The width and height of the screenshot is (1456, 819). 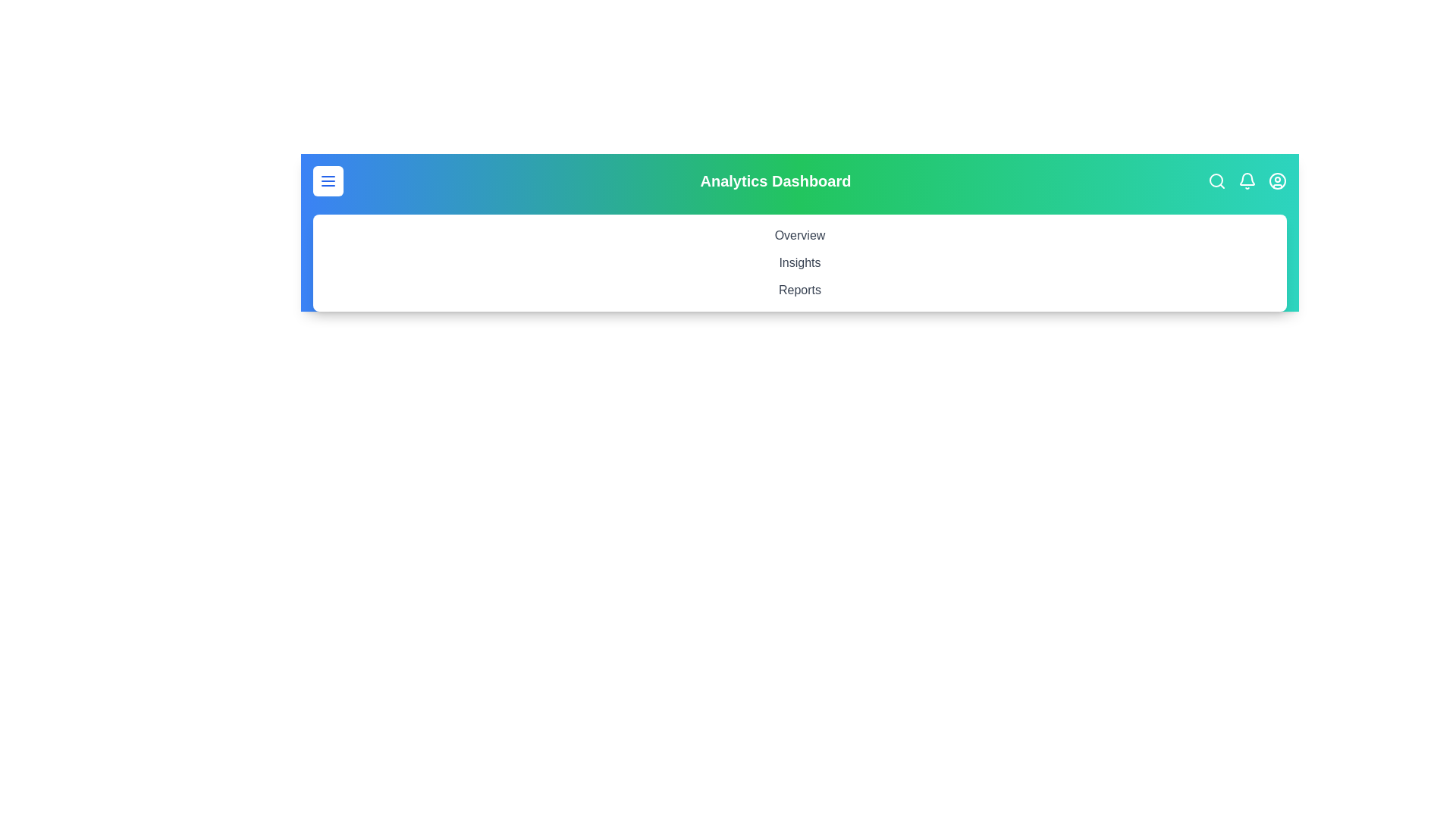 I want to click on the user profile icon to access user profile options, so click(x=1276, y=180).